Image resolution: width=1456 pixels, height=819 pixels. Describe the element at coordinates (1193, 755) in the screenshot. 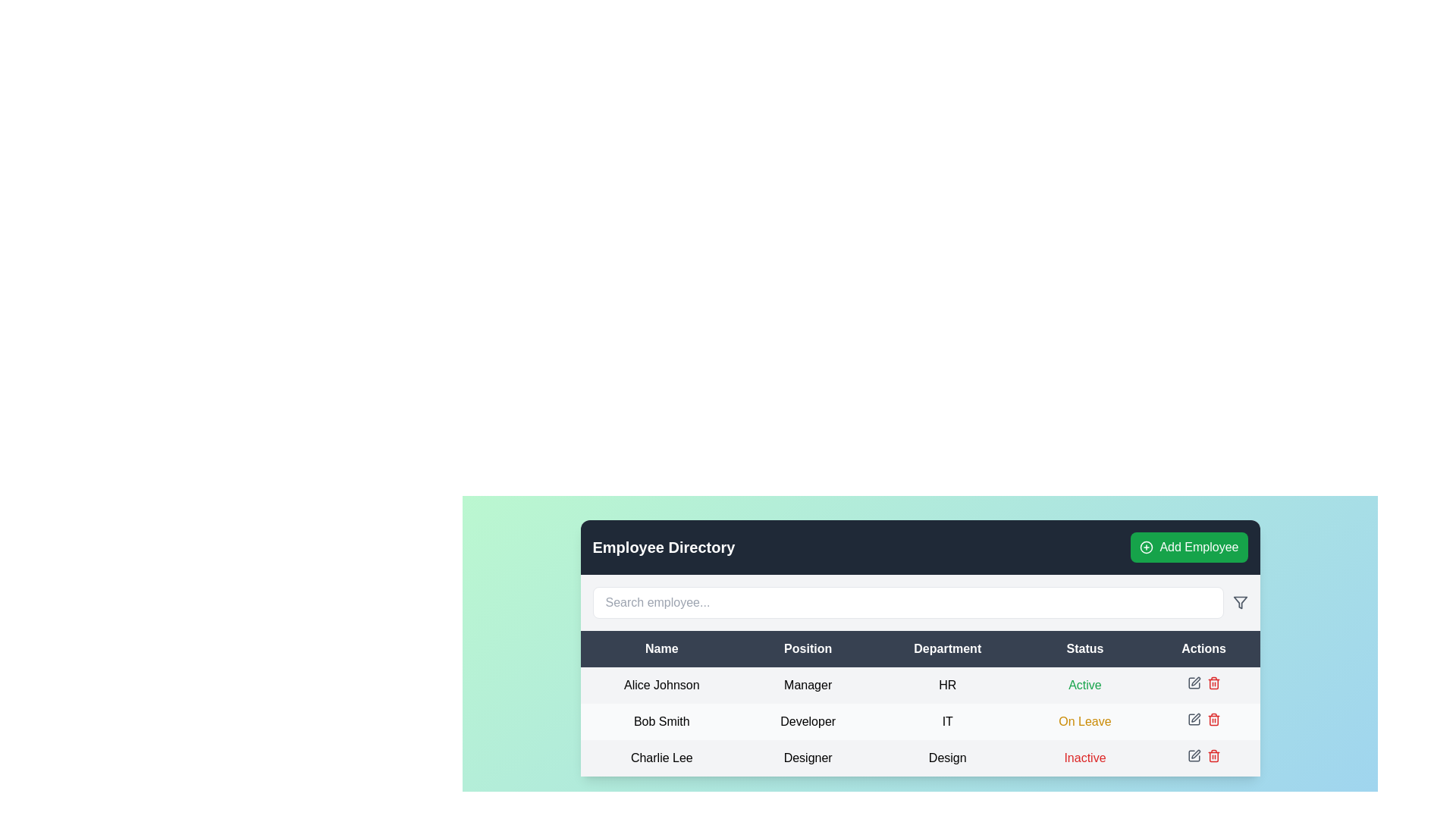

I see `the edit icon button represented by a pen symbol in the actions column of the last row for user 'Charlie Lee' by` at that location.